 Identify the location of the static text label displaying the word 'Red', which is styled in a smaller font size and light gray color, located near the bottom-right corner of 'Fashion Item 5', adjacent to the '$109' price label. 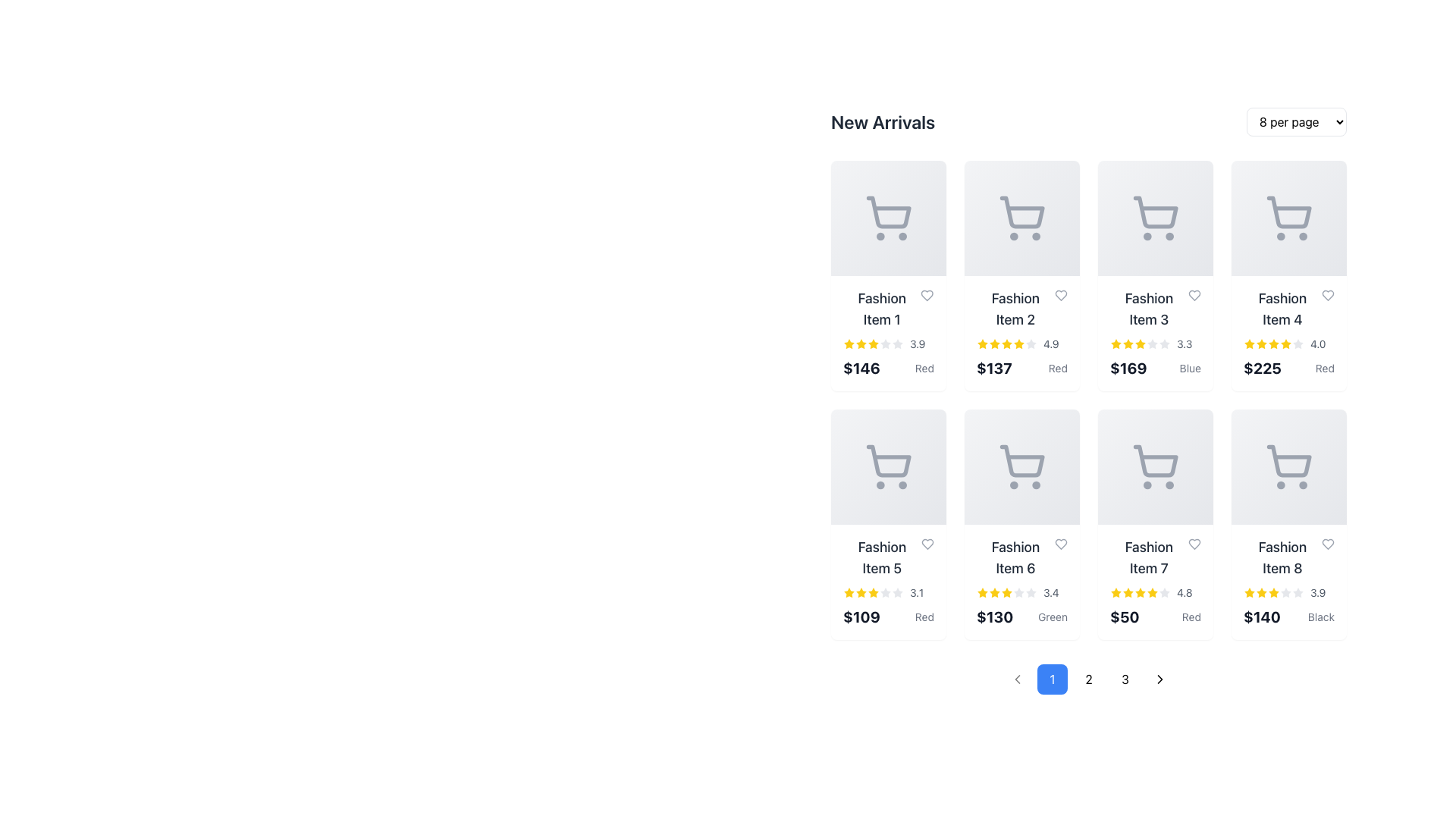
(924, 617).